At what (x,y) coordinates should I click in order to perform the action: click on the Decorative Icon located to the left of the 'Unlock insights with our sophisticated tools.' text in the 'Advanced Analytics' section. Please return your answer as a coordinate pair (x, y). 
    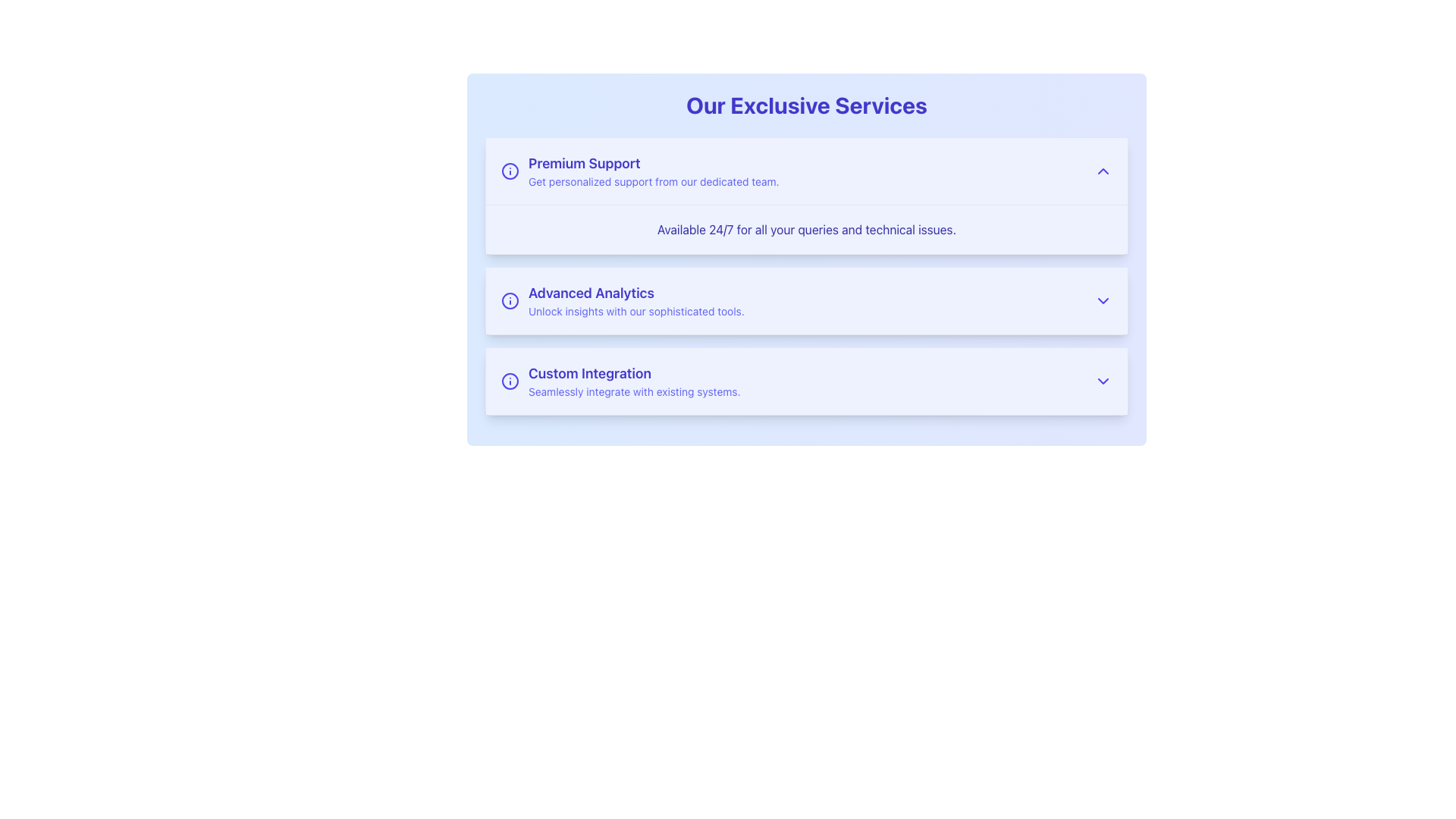
    Looking at the image, I should click on (510, 301).